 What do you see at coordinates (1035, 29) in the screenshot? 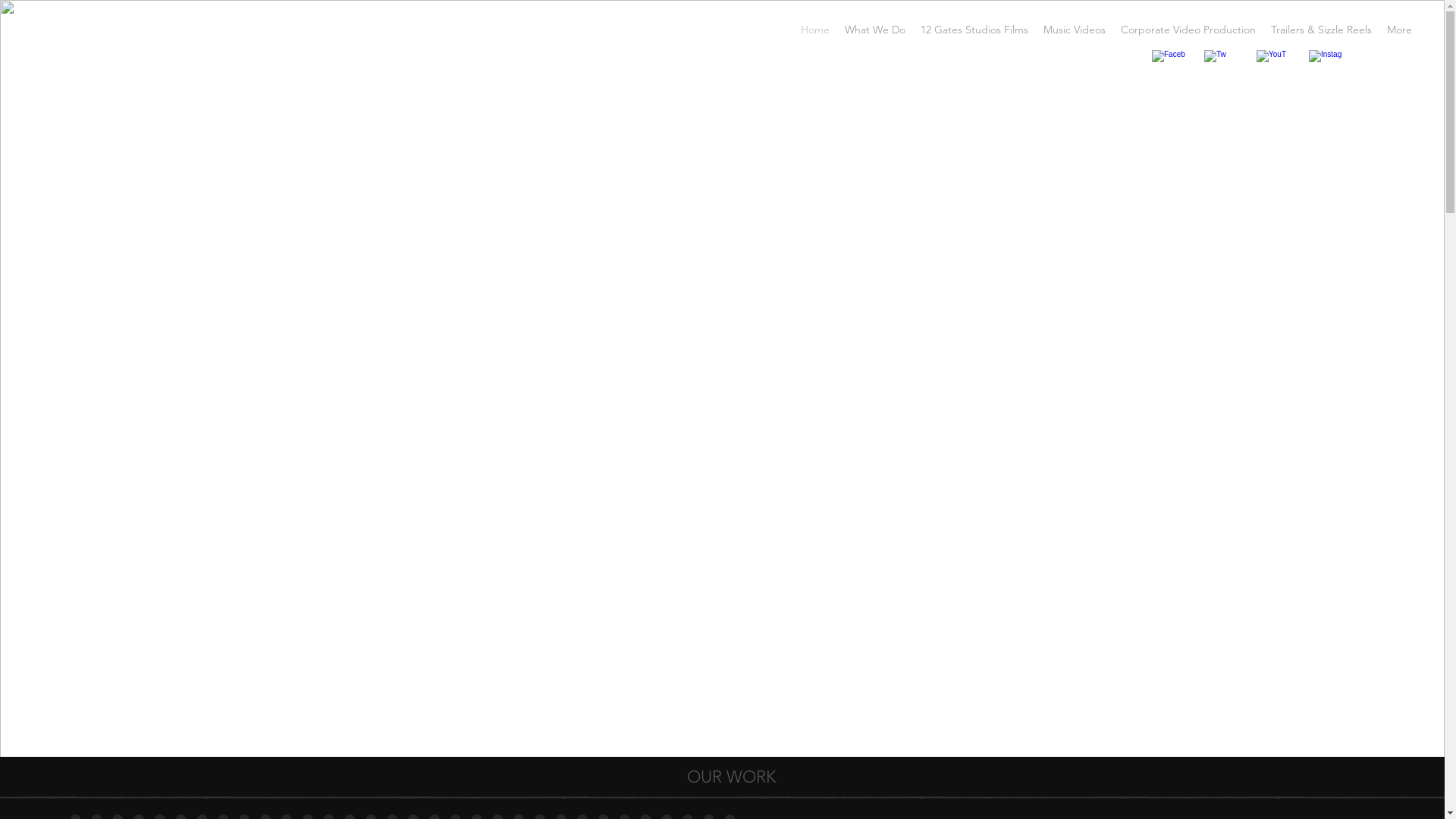
I see `'Music Videos'` at bounding box center [1035, 29].